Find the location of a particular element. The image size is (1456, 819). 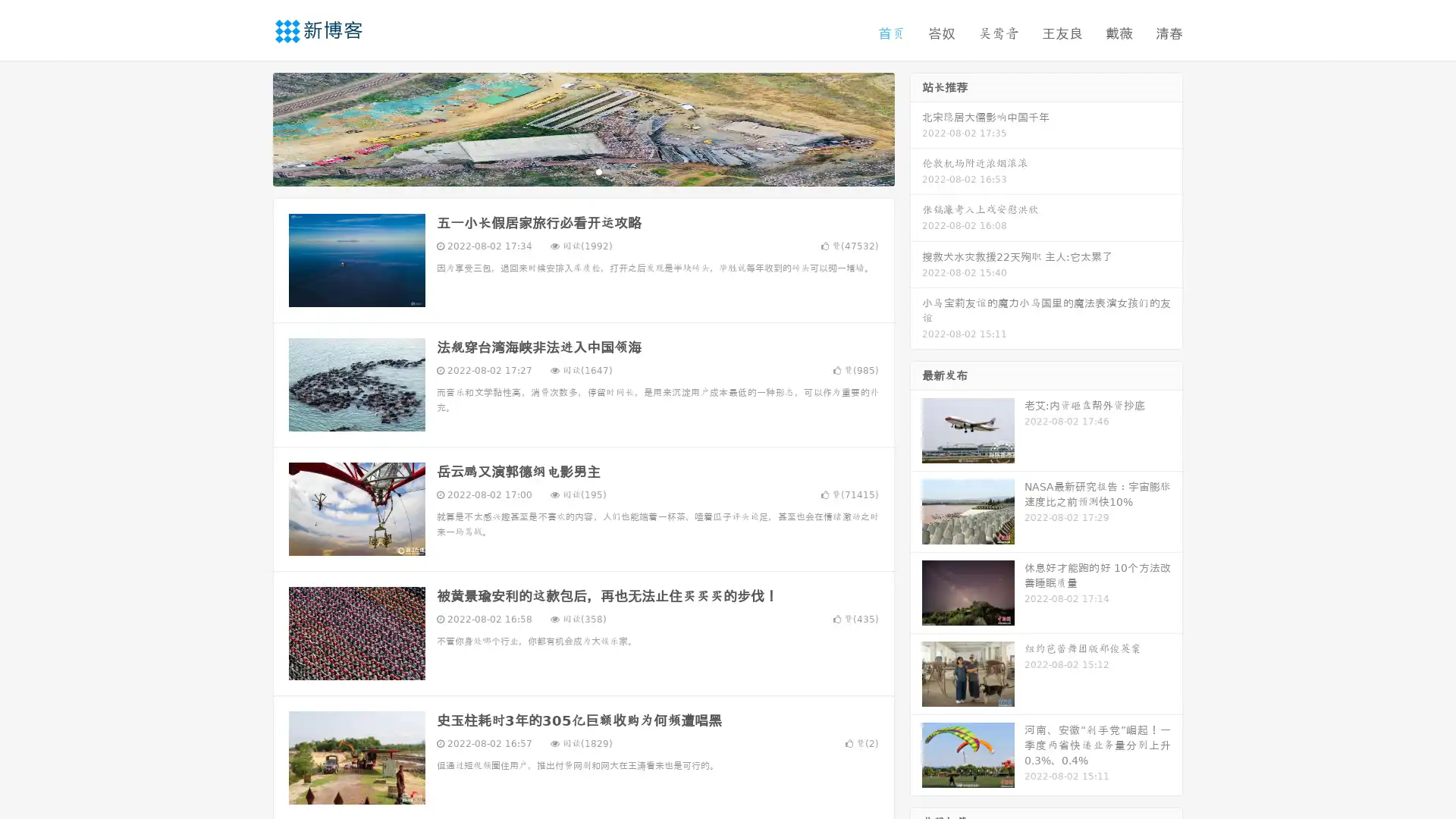

Go to slide 2 is located at coordinates (582, 171).